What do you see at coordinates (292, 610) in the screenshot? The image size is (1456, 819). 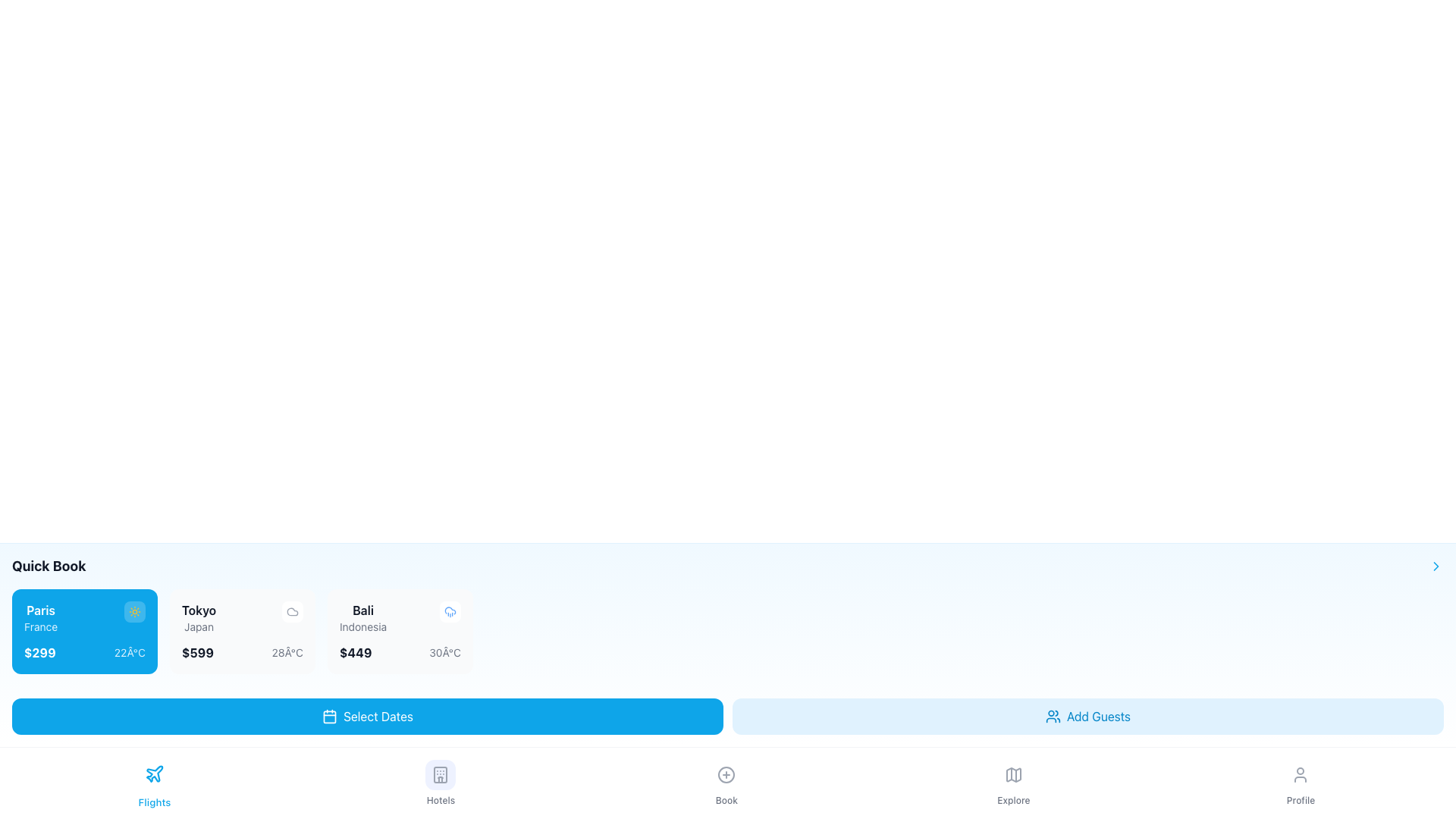 I see `the gray cloud icon located in the 'Bali Indonesia' section, which is positioned to the right of the temperature value and below the primary text` at bounding box center [292, 610].